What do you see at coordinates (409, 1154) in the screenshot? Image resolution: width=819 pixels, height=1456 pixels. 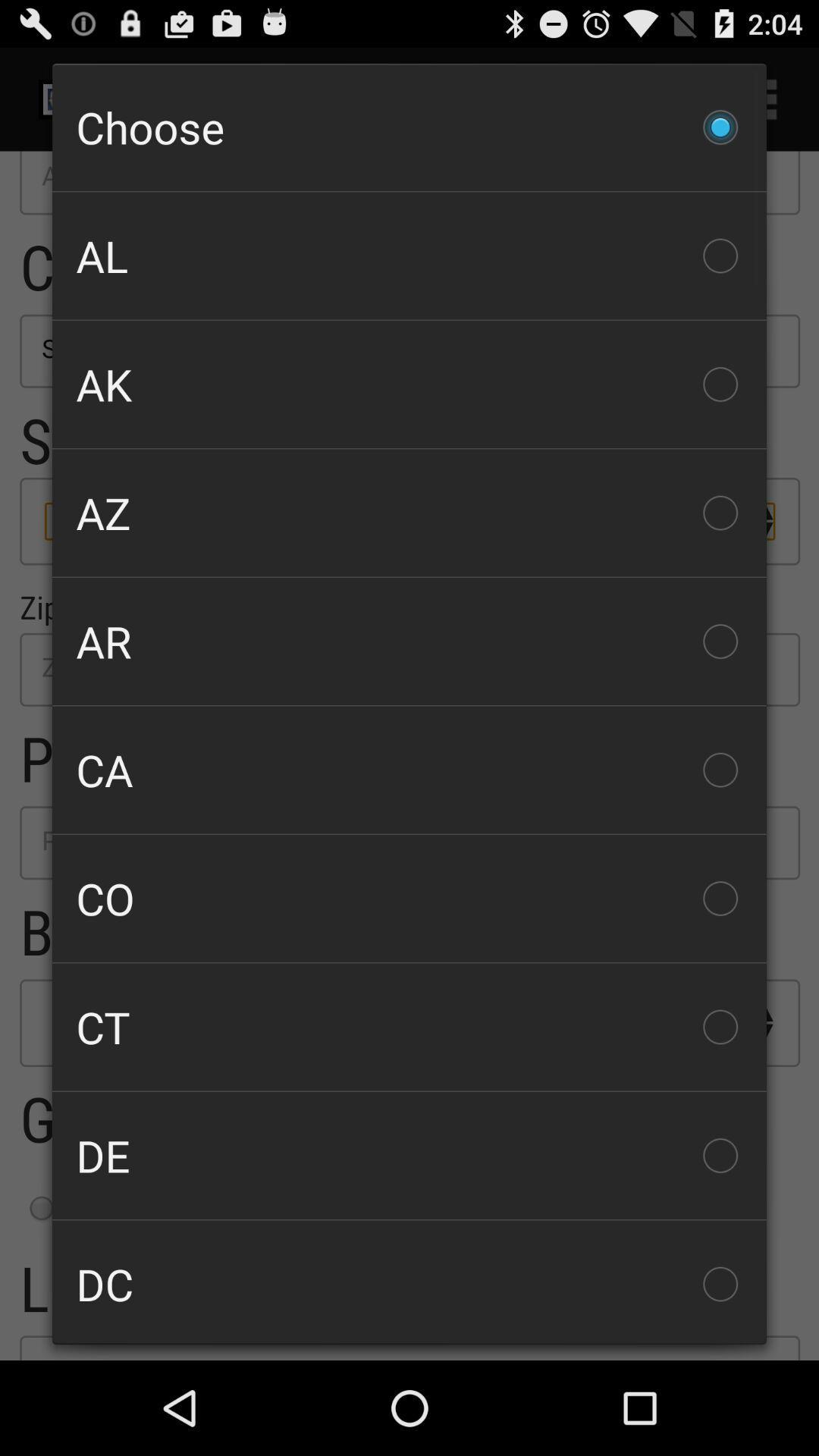 I see `the icon above the dc icon` at bounding box center [409, 1154].